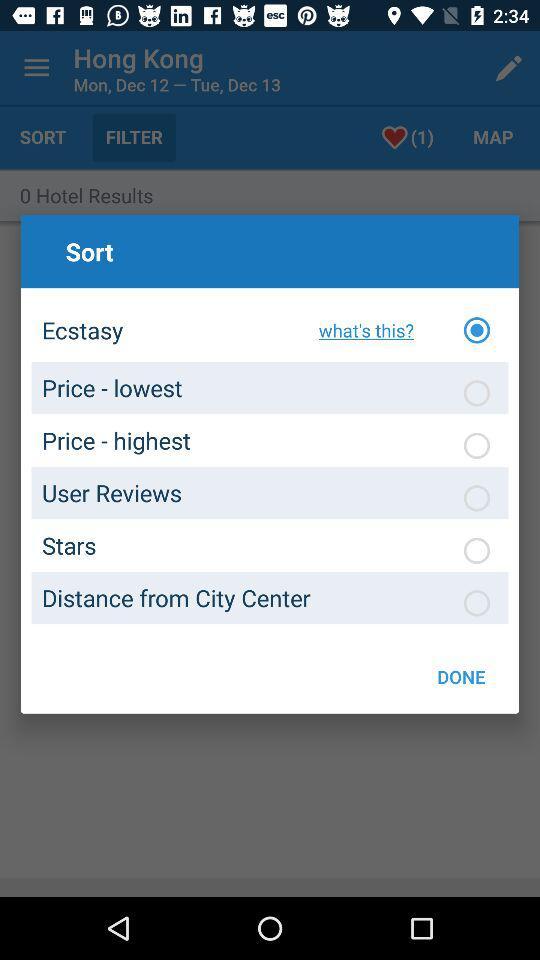  Describe the element at coordinates (475, 392) in the screenshot. I see `price-lowest option` at that location.